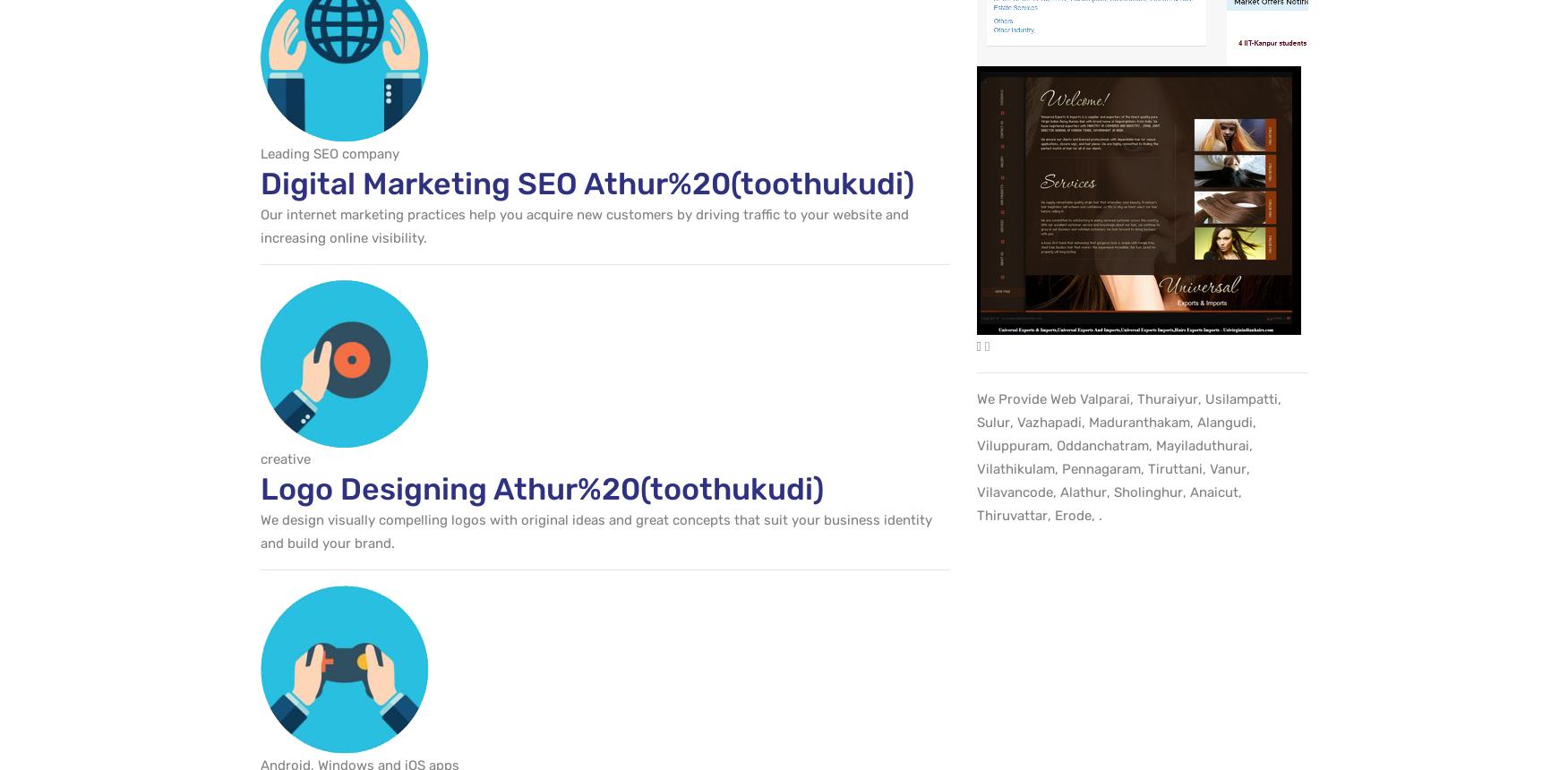 This screenshot has height=770, width=1568. What do you see at coordinates (992, 422) in the screenshot?
I see `'Sulur'` at bounding box center [992, 422].